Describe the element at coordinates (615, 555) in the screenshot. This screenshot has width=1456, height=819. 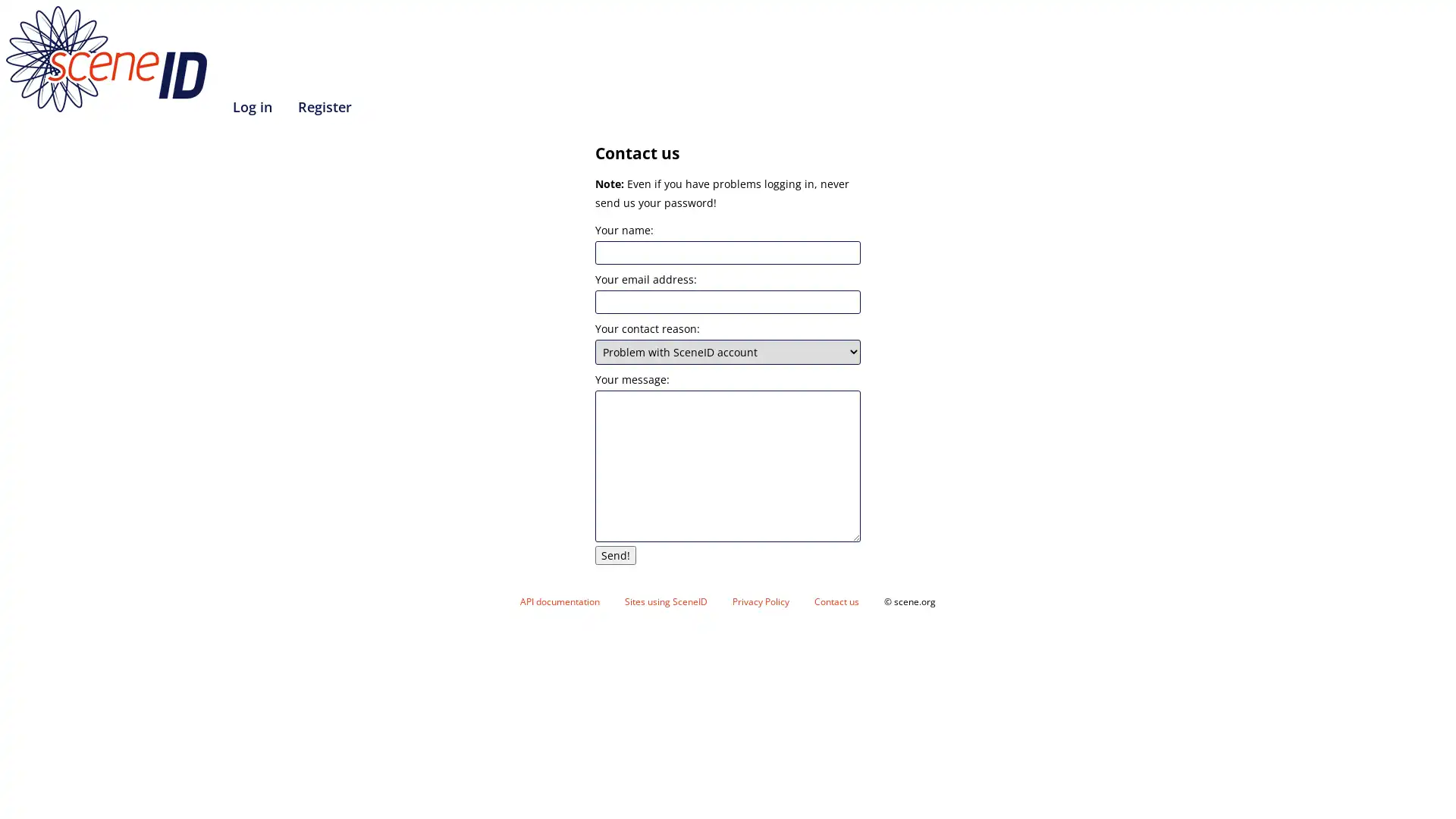
I see `Send!` at that location.